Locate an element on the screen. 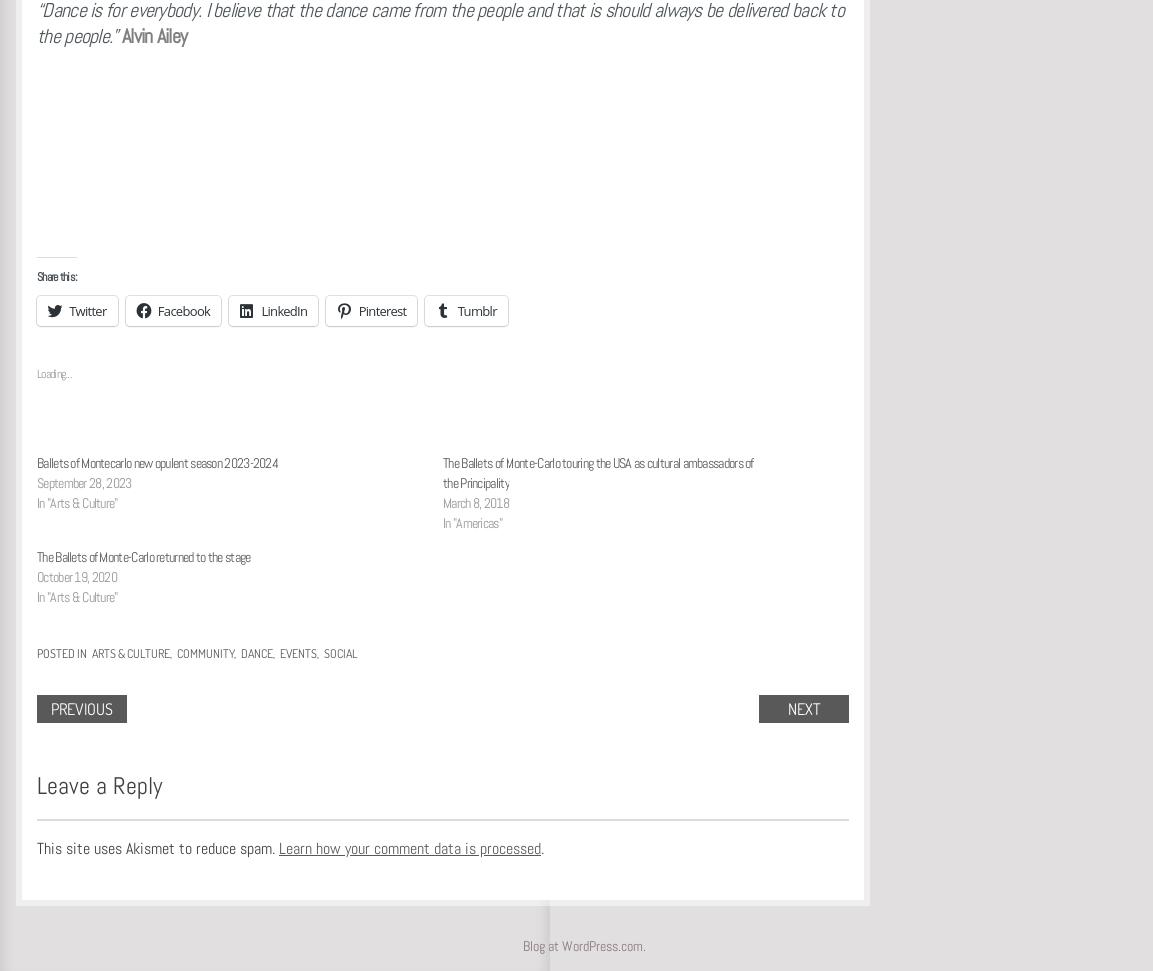 Image resolution: width=1153 pixels, height=971 pixels. 'Facebook' is located at coordinates (183, 310).